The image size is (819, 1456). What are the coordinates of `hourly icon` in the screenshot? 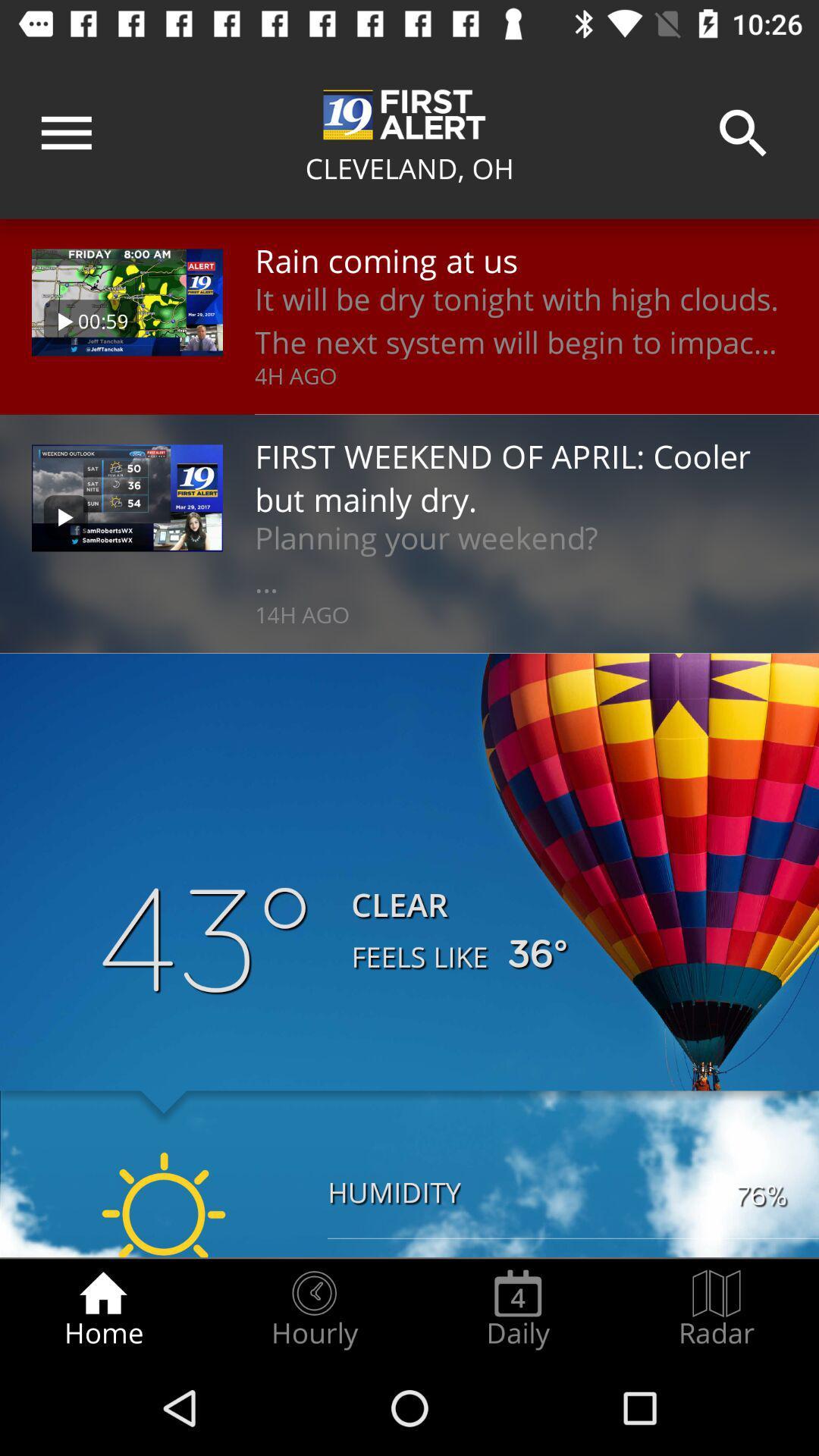 It's located at (313, 1309).